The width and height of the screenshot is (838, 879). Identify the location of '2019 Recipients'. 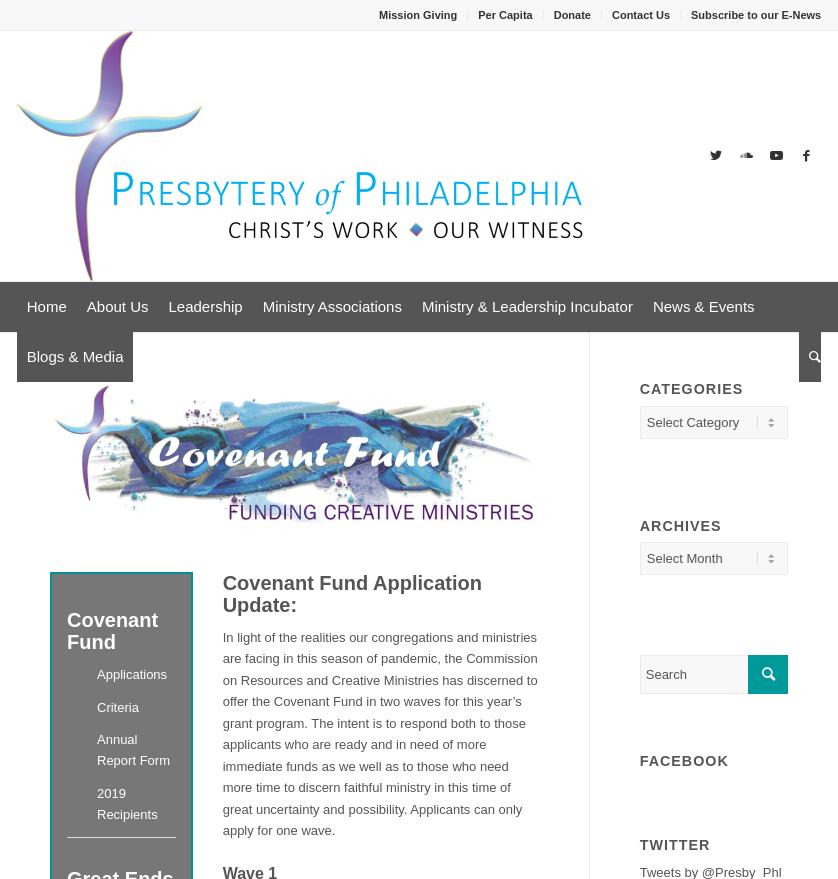
(127, 802).